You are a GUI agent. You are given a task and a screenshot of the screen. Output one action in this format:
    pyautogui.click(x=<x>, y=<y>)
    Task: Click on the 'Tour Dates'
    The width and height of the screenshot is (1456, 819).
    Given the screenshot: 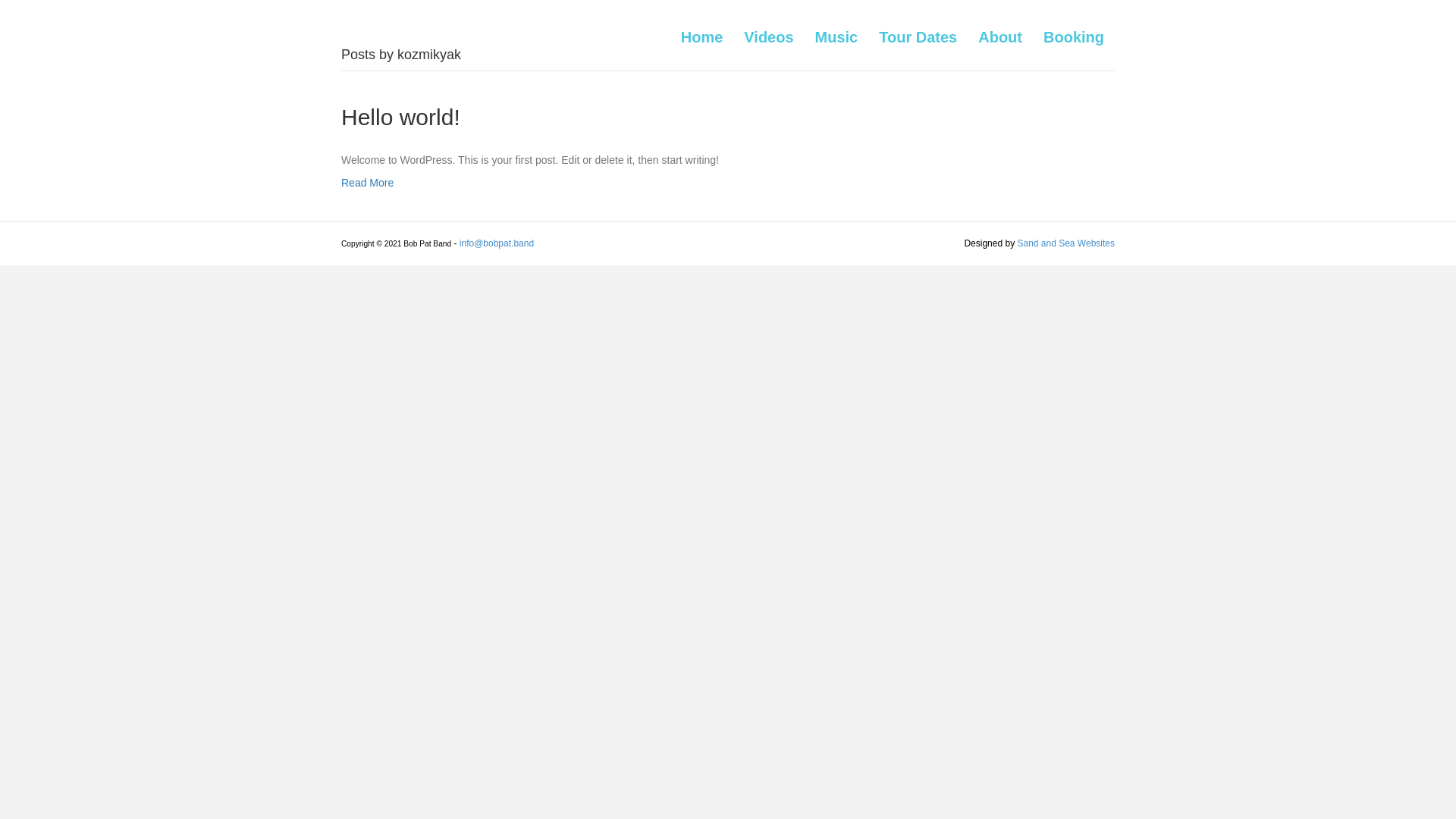 What is the action you would take?
    pyautogui.click(x=868, y=36)
    